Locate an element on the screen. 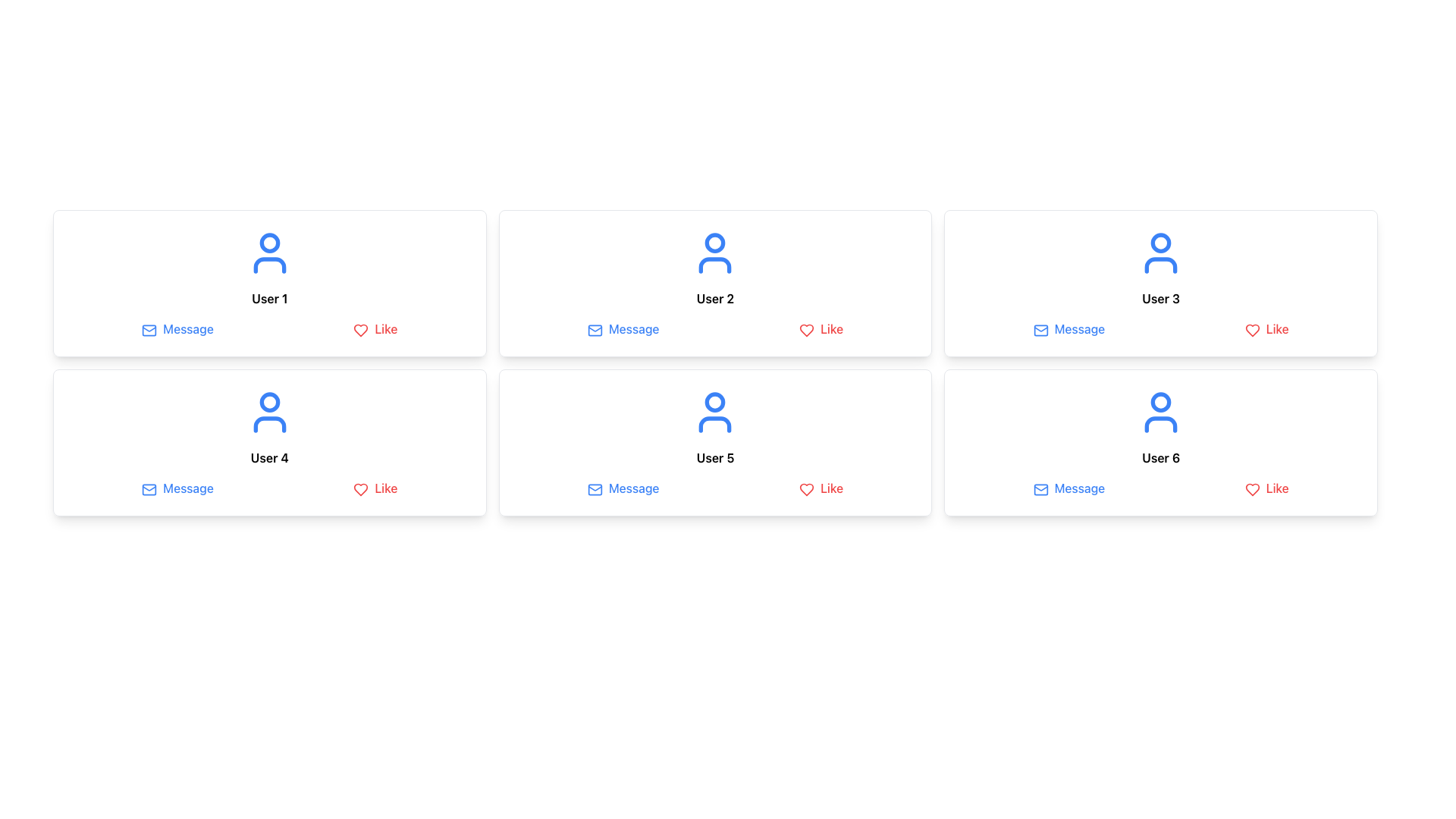  the 'Like' button located at the bottom right of the fifth card is located at coordinates (821, 488).